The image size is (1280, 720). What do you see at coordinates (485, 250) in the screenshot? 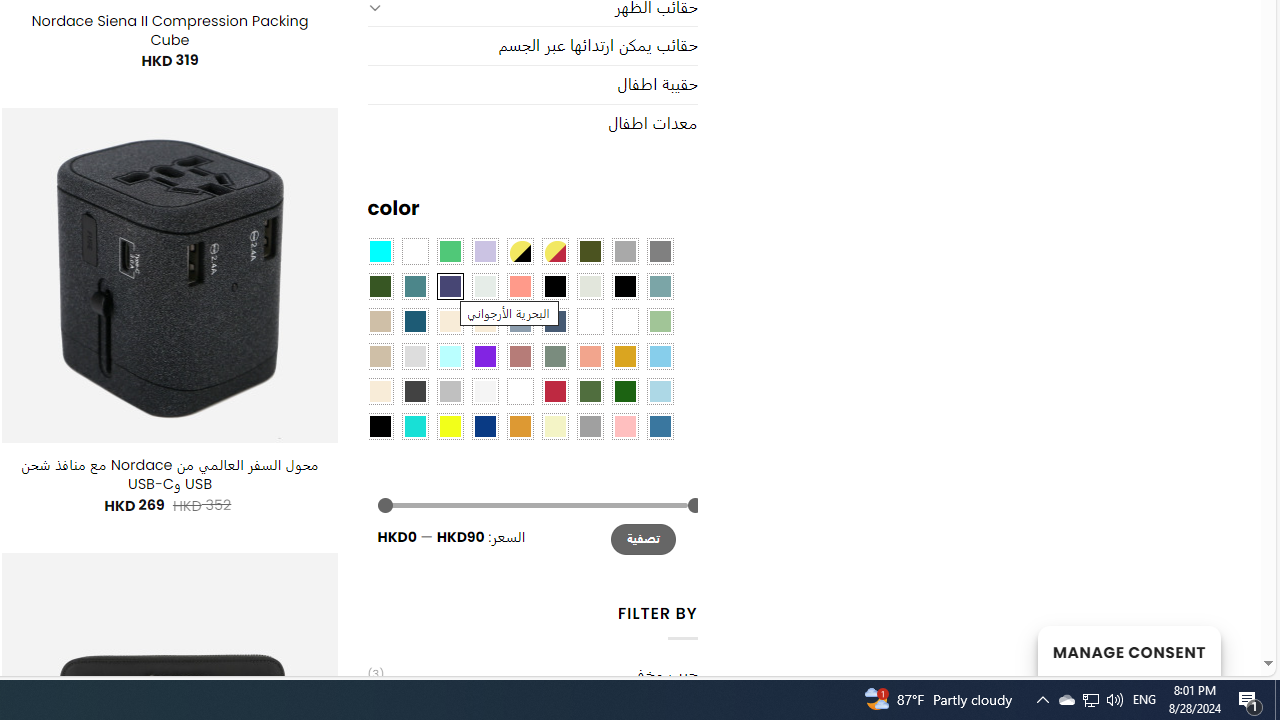
I see `'Light Purple'` at bounding box center [485, 250].